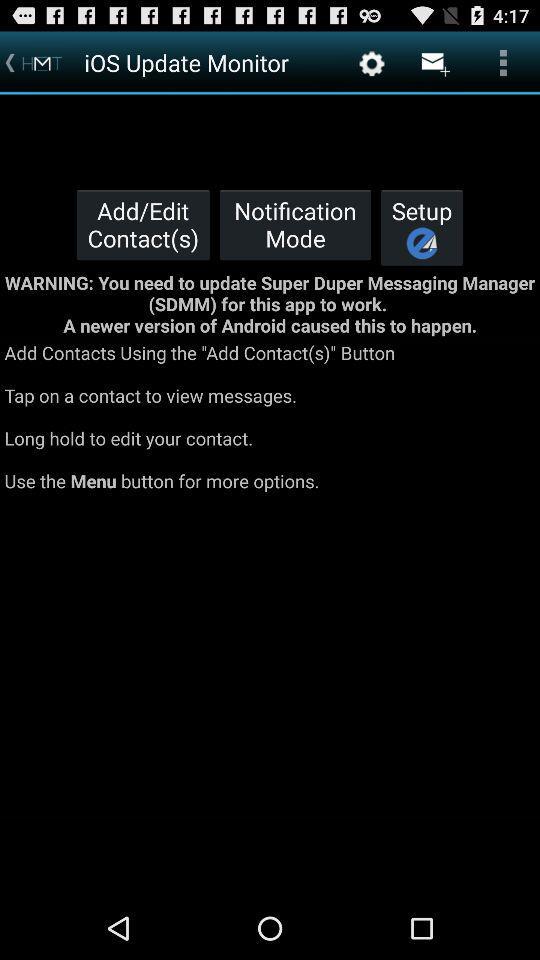 The width and height of the screenshot is (540, 960). Describe the element at coordinates (294, 224) in the screenshot. I see `icon to the right of the add edit contact button` at that location.